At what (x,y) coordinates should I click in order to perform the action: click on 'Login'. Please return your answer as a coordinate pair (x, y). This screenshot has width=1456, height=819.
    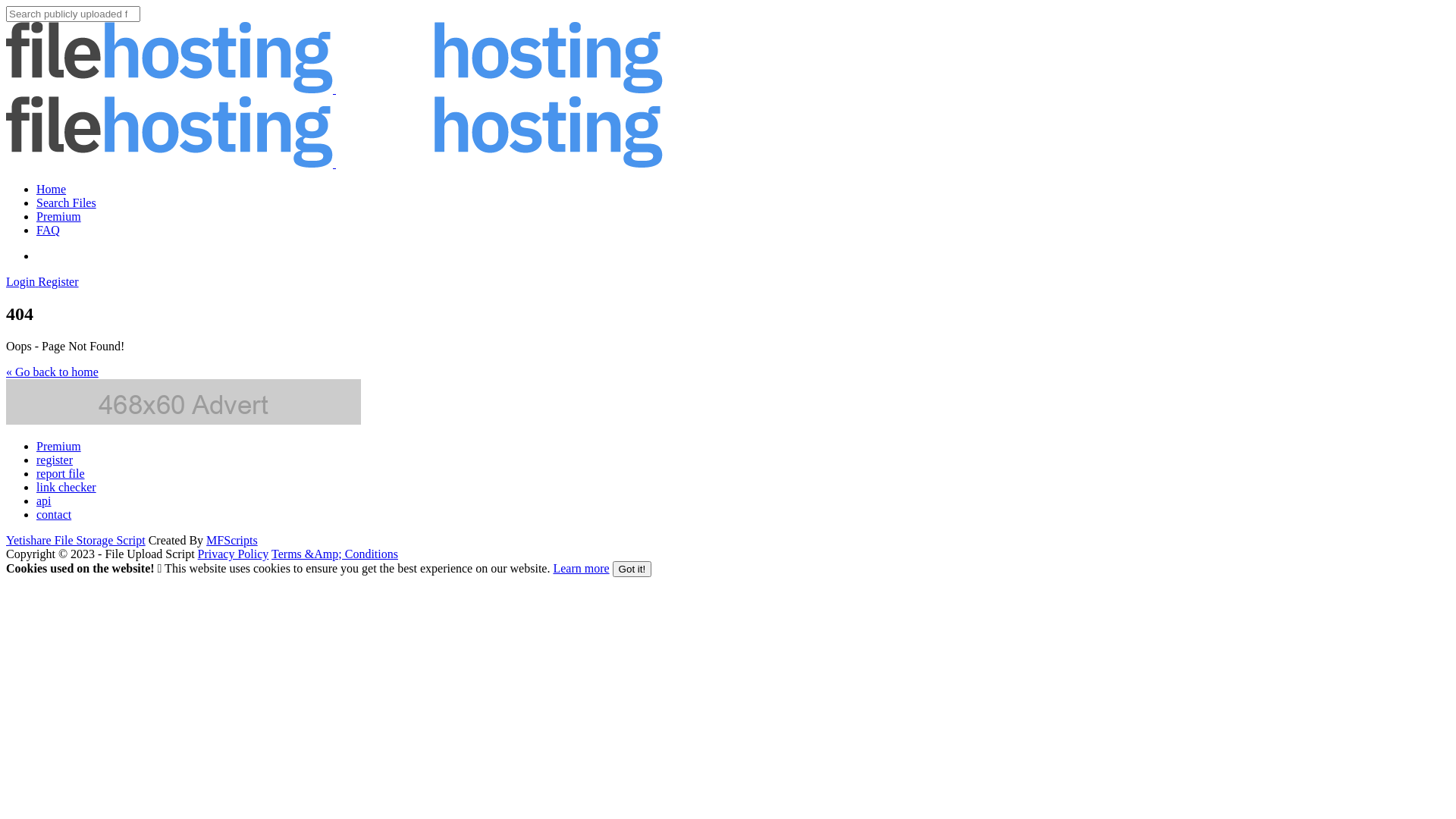
    Looking at the image, I should click on (21, 281).